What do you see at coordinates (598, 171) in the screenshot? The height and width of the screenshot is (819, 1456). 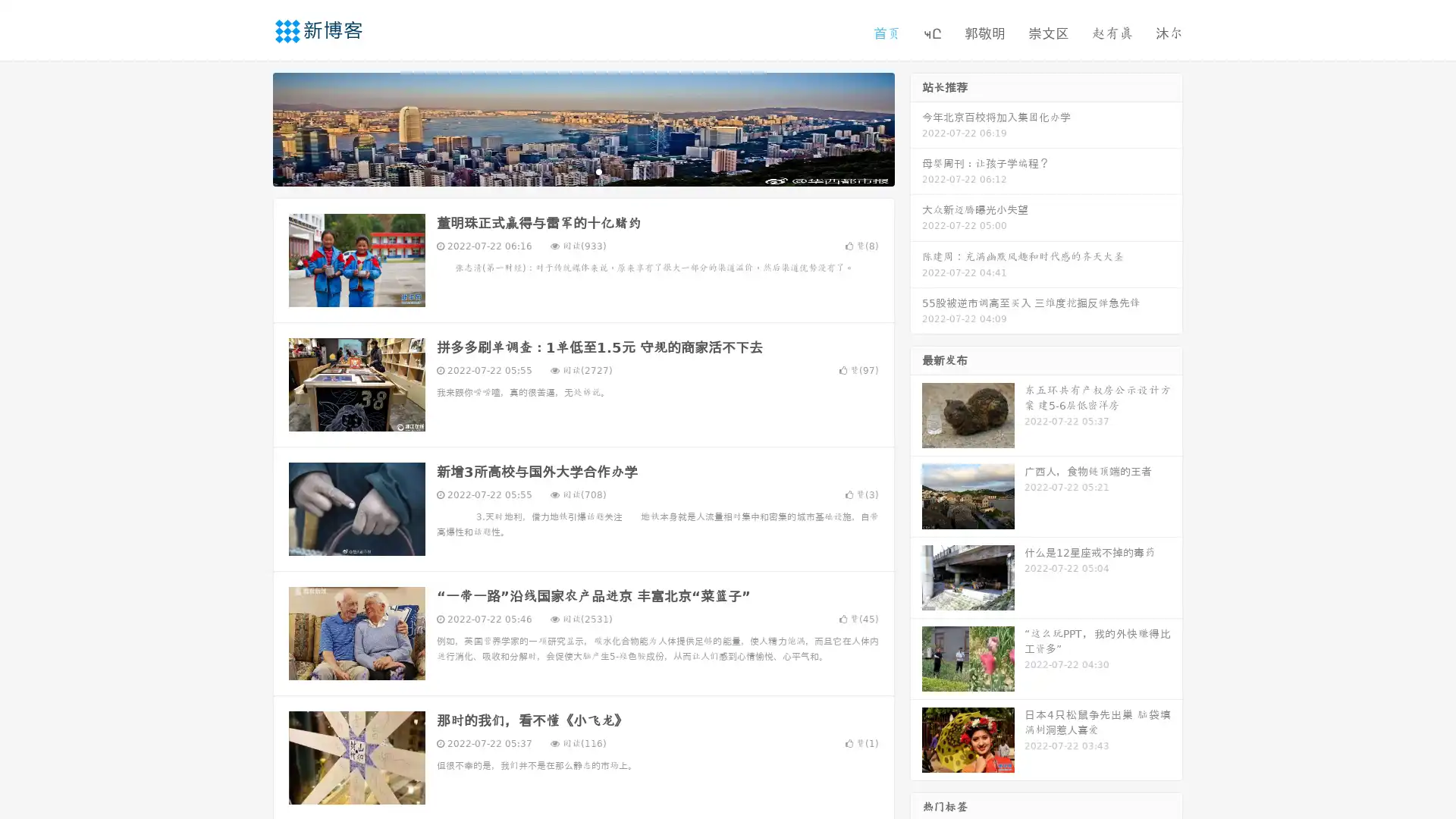 I see `Go to slide 3` at bounding box center [598, 171].